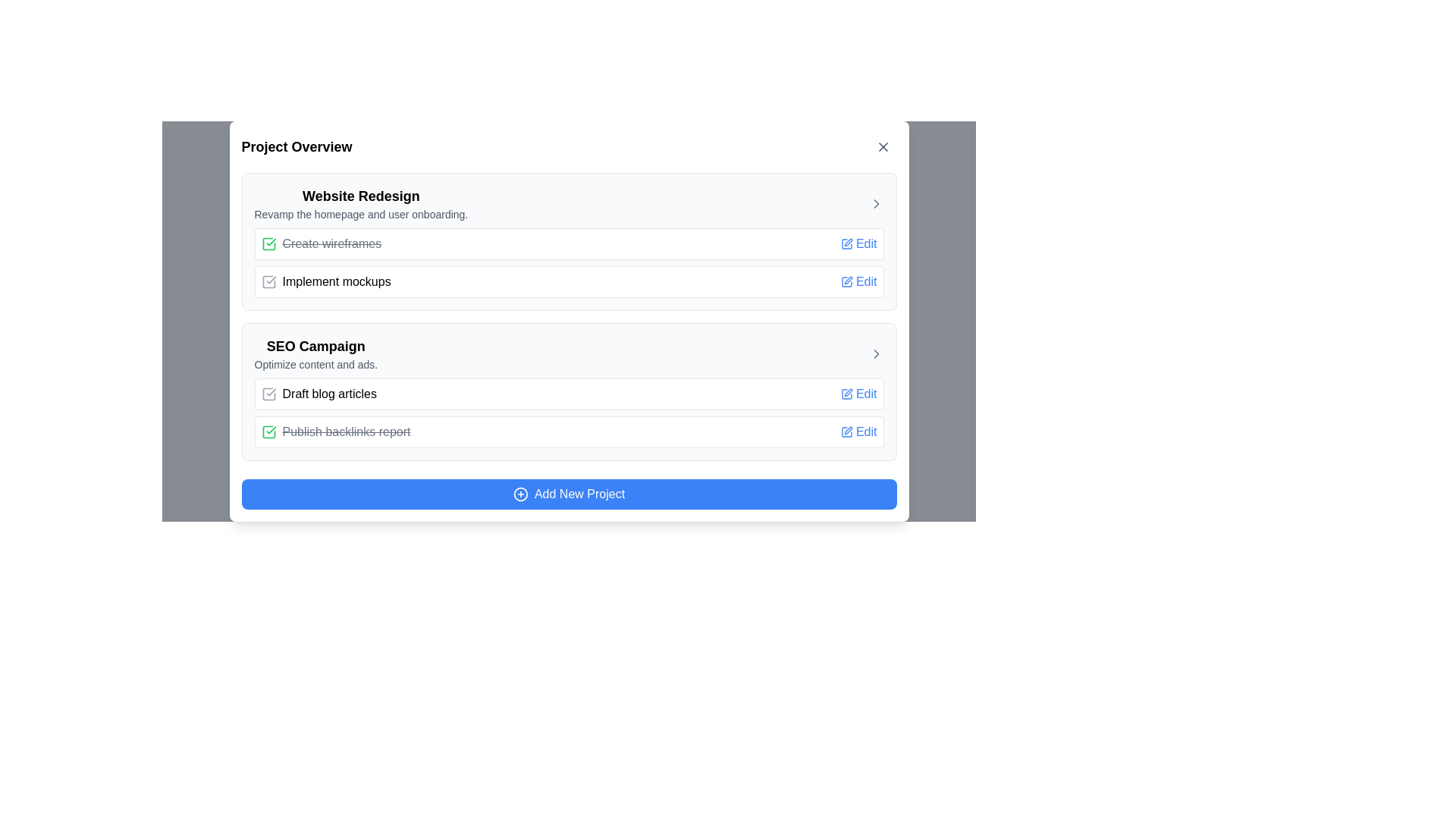 The height and width of the screenshot is (819, 1456). What do you see at coordinates (568, 391) in the screenshot?
I see `the 'SEO Campaign' task summary section` at bounding box center [568, 391].